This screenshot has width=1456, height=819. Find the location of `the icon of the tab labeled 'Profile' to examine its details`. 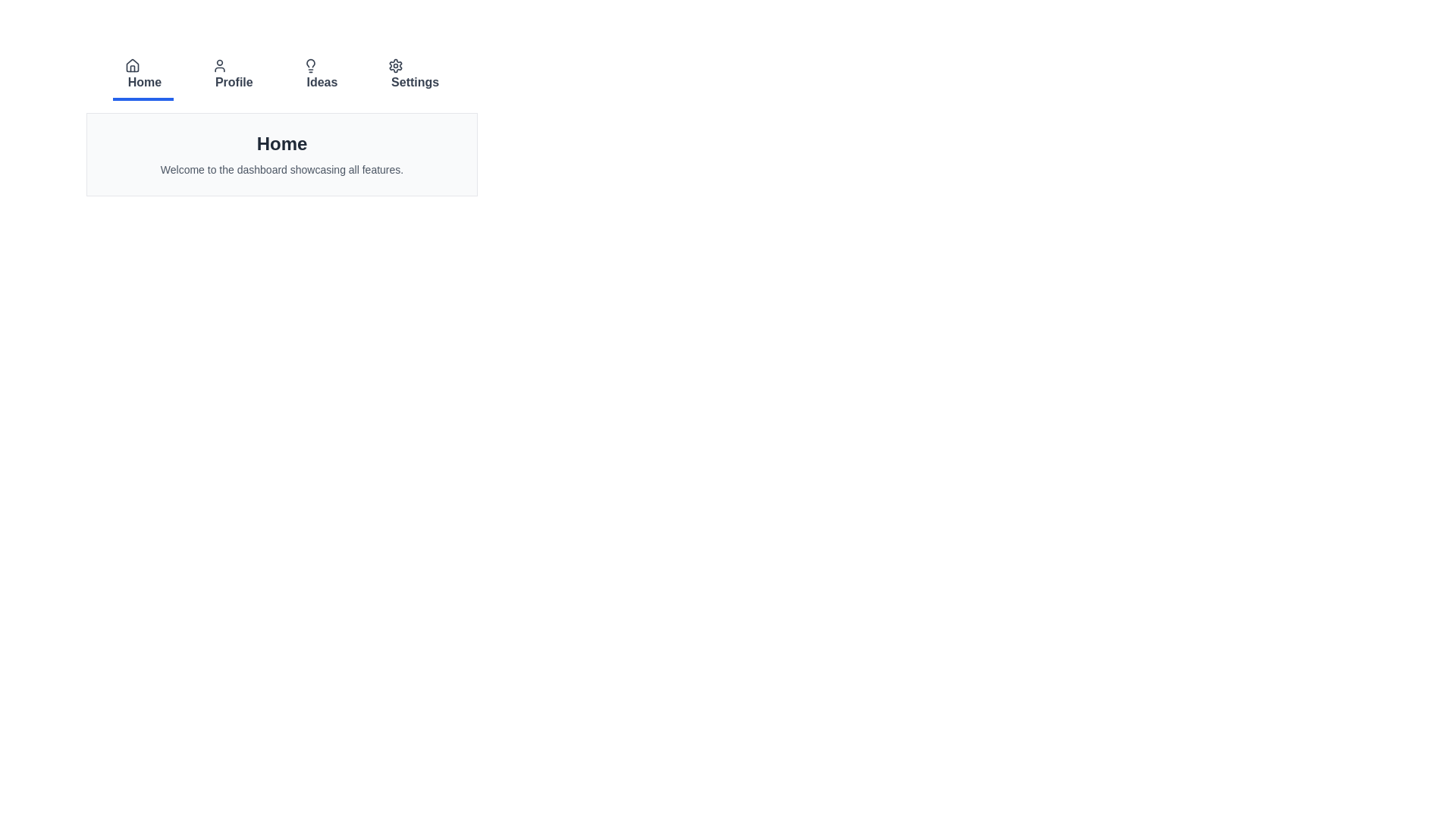

the icon of the tab labeled 'Profile' to examine its details is located at coordinates (218, 65).